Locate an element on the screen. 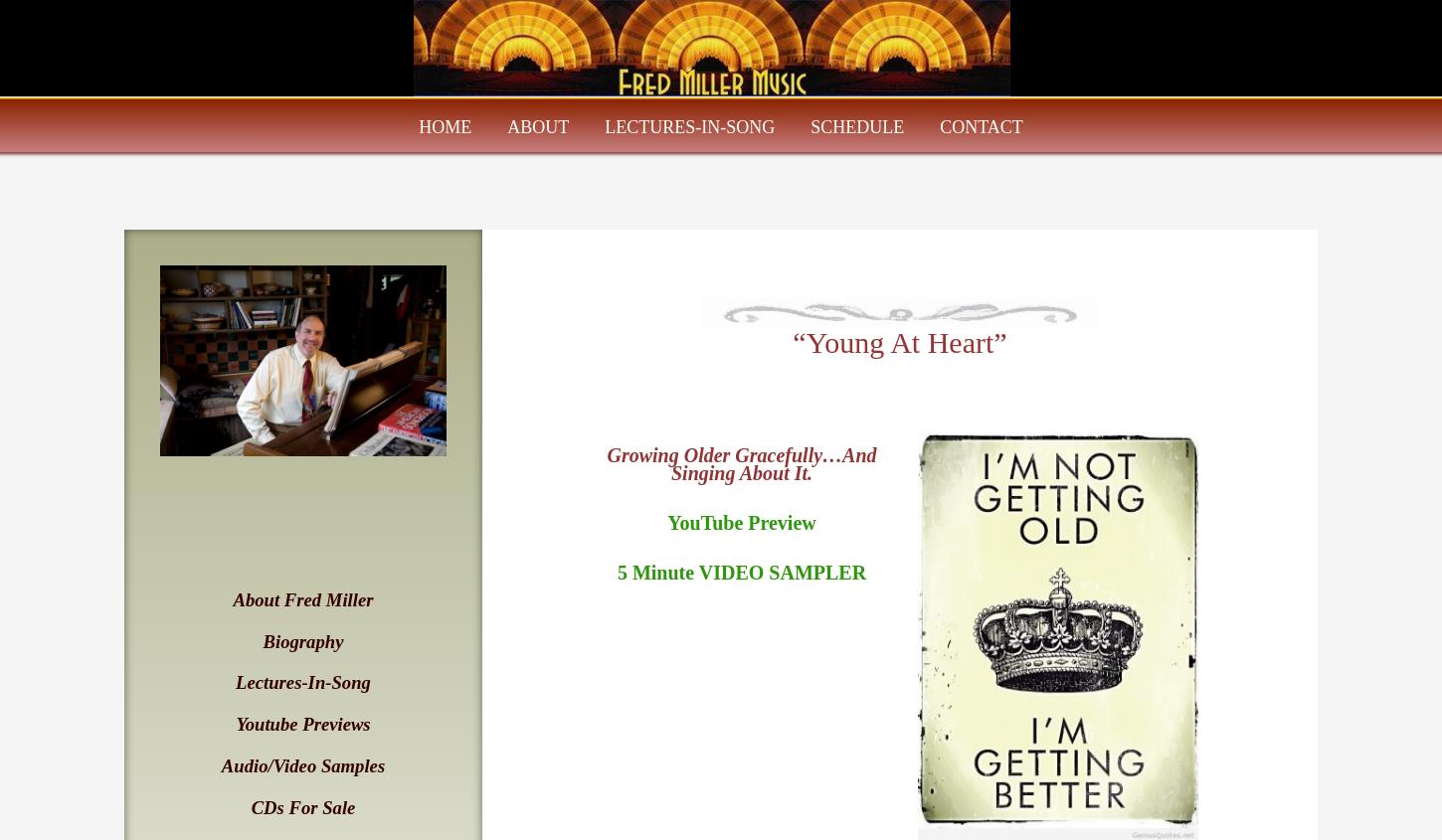 Image resolution: width=1442 pixels, height=840 pixels. '“Young At Heart”' is located at coordinates (898, 341).